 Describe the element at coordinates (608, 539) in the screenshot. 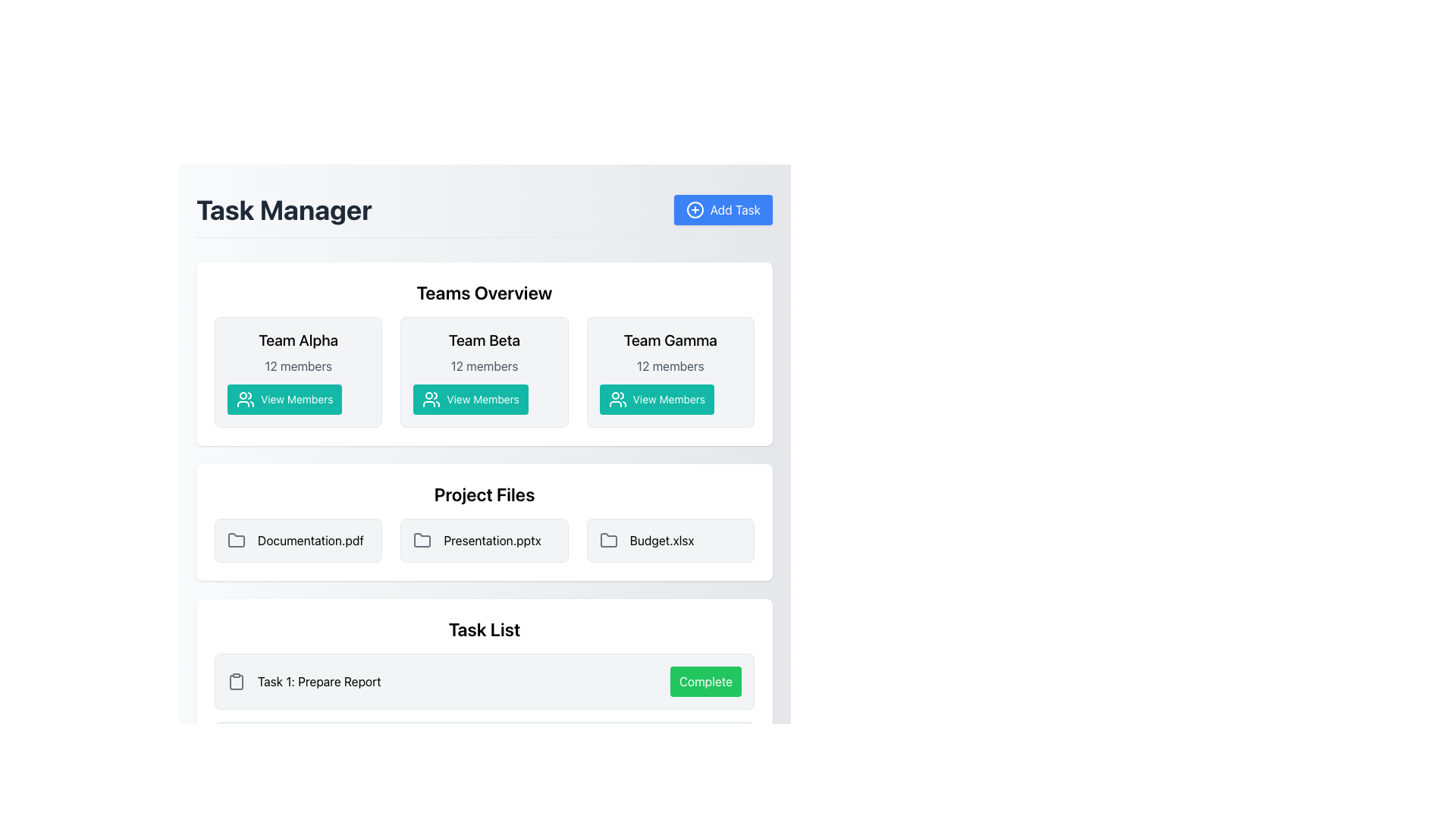

I see `the small folder icon with a gray outline located under the 'Project Files' section` at that location.